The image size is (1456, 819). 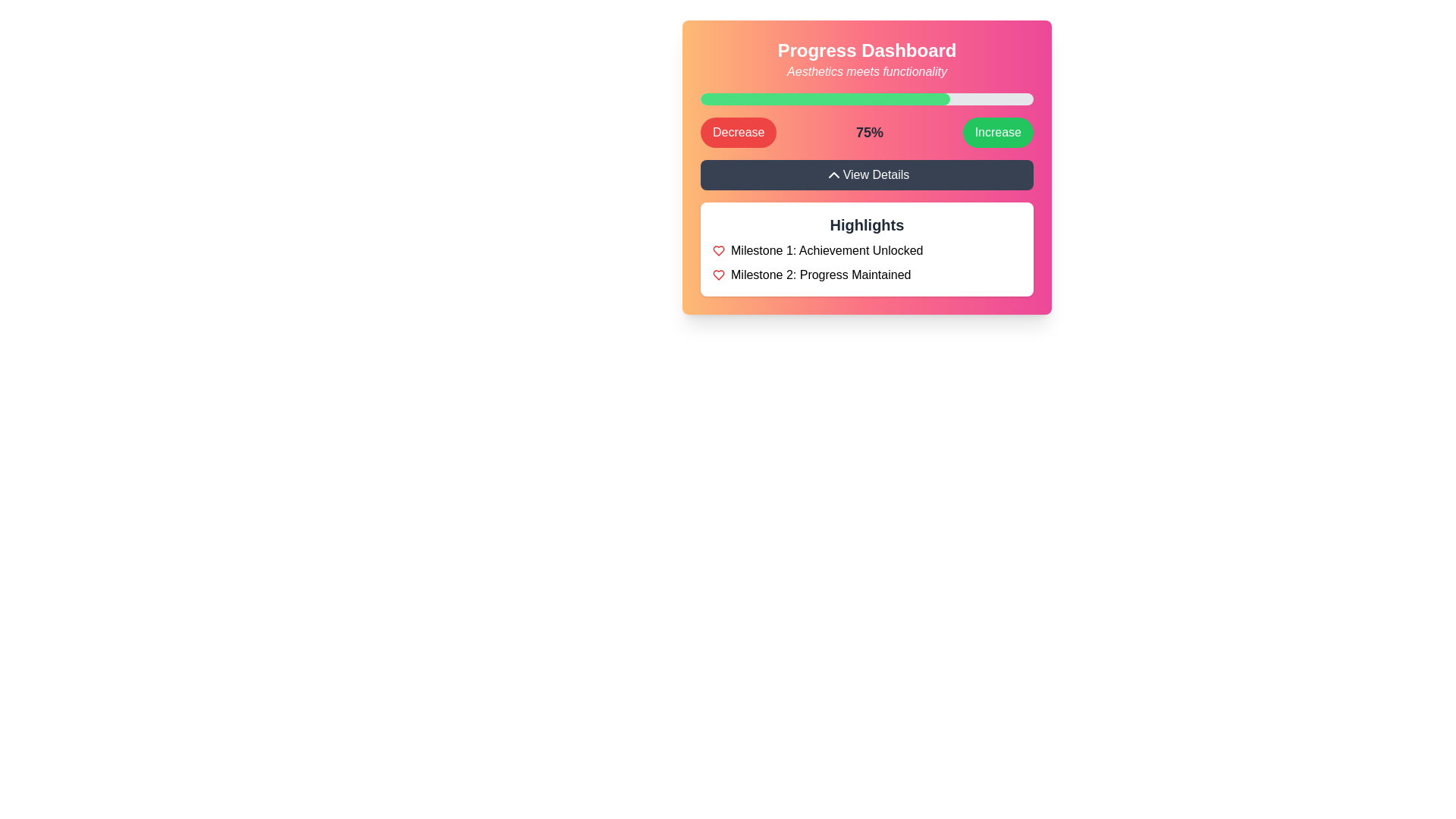 I want to click on the 'Achievement Unlocked' label in the 'Highlights' section of the 'Progress Dashboard' to interact with the milestone, so click(x=867, y=250).